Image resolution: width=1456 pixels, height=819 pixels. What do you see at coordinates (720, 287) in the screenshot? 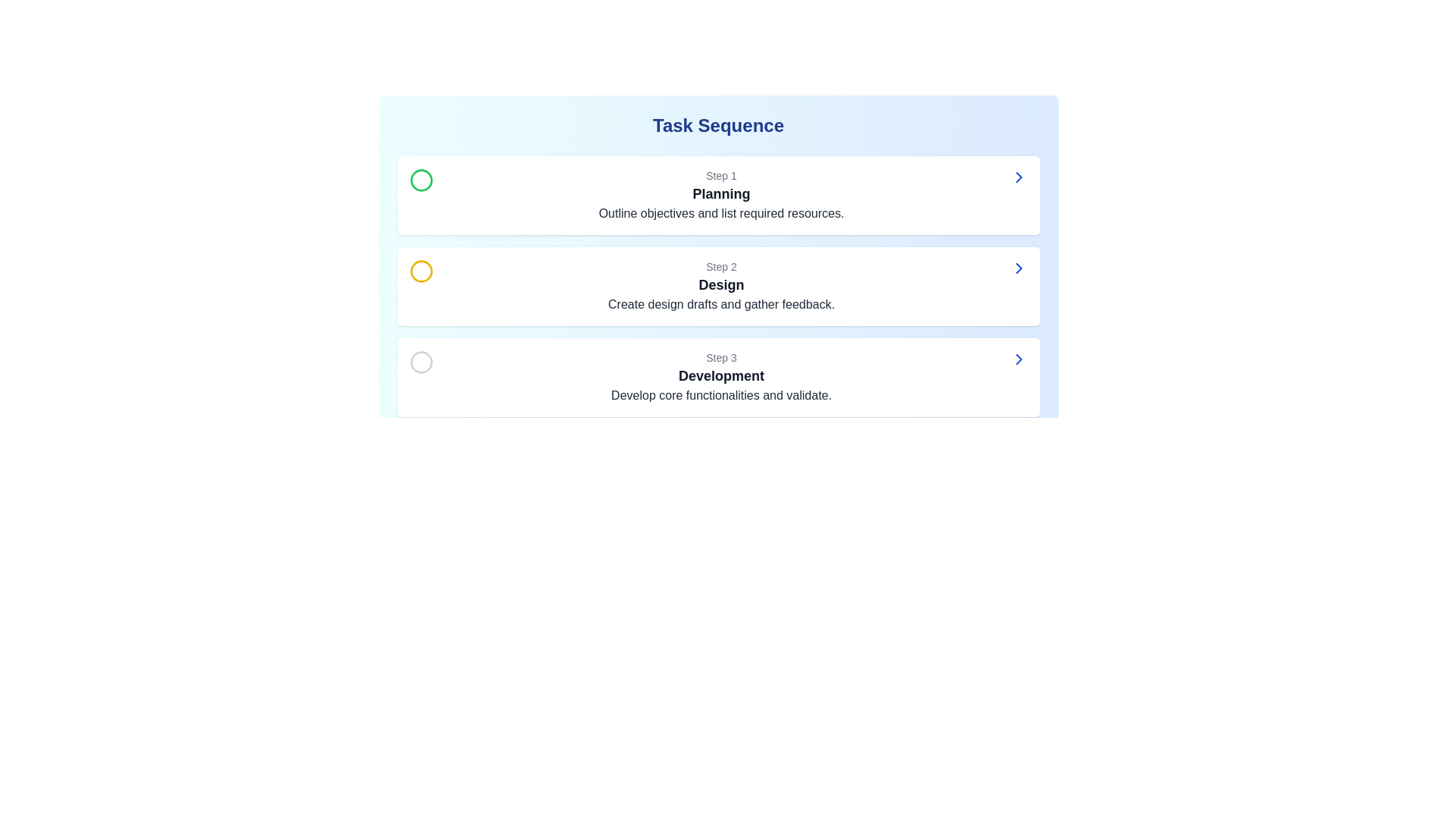
I see `contents of the textual display component that shows 'Step 2', 'Design', and 'Create design drafts and gather feedback.'` at bounding box center [720, 287].